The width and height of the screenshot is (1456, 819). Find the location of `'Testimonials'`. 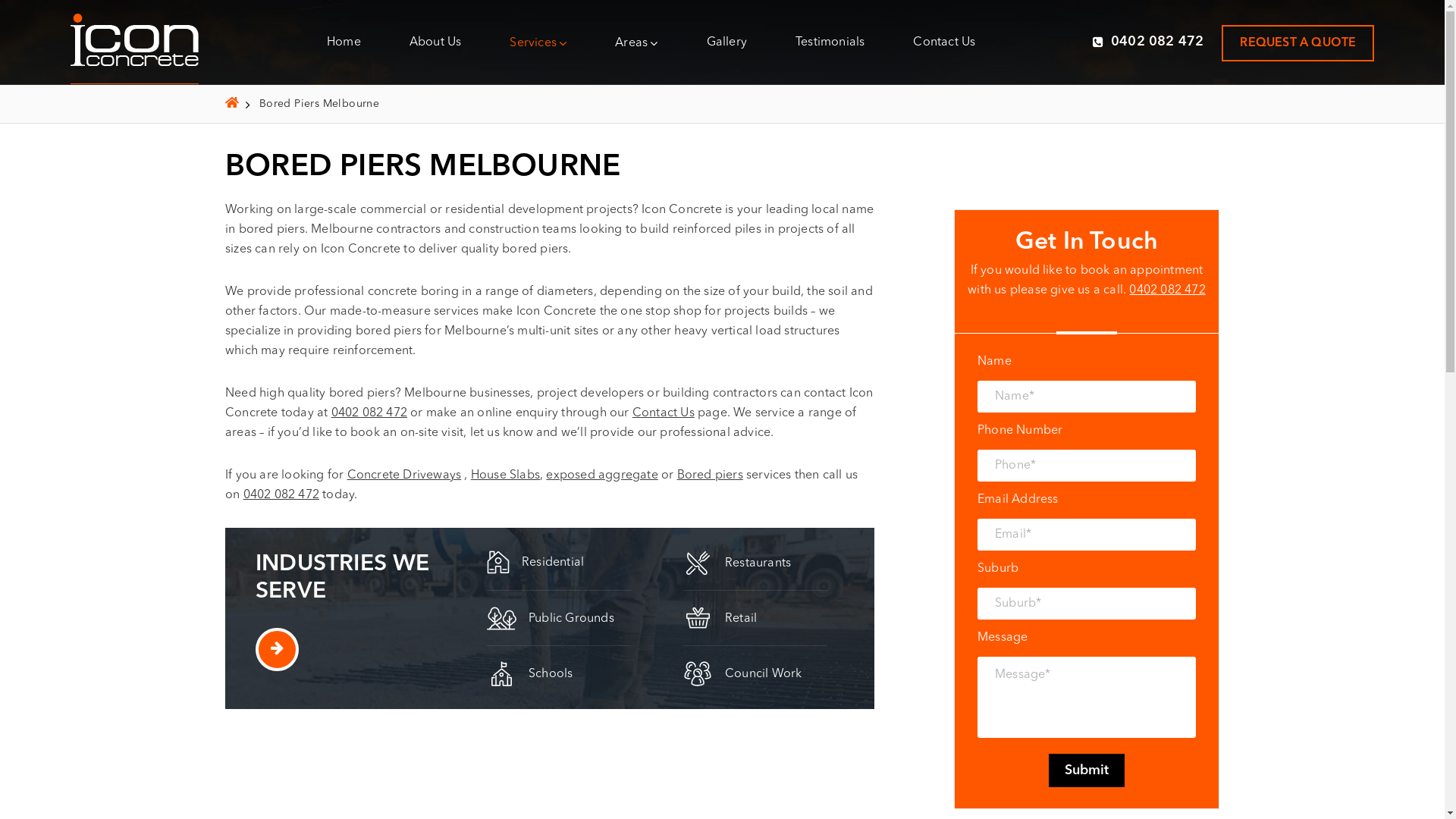

'Testimonials' is located at coordinates (829, 40).